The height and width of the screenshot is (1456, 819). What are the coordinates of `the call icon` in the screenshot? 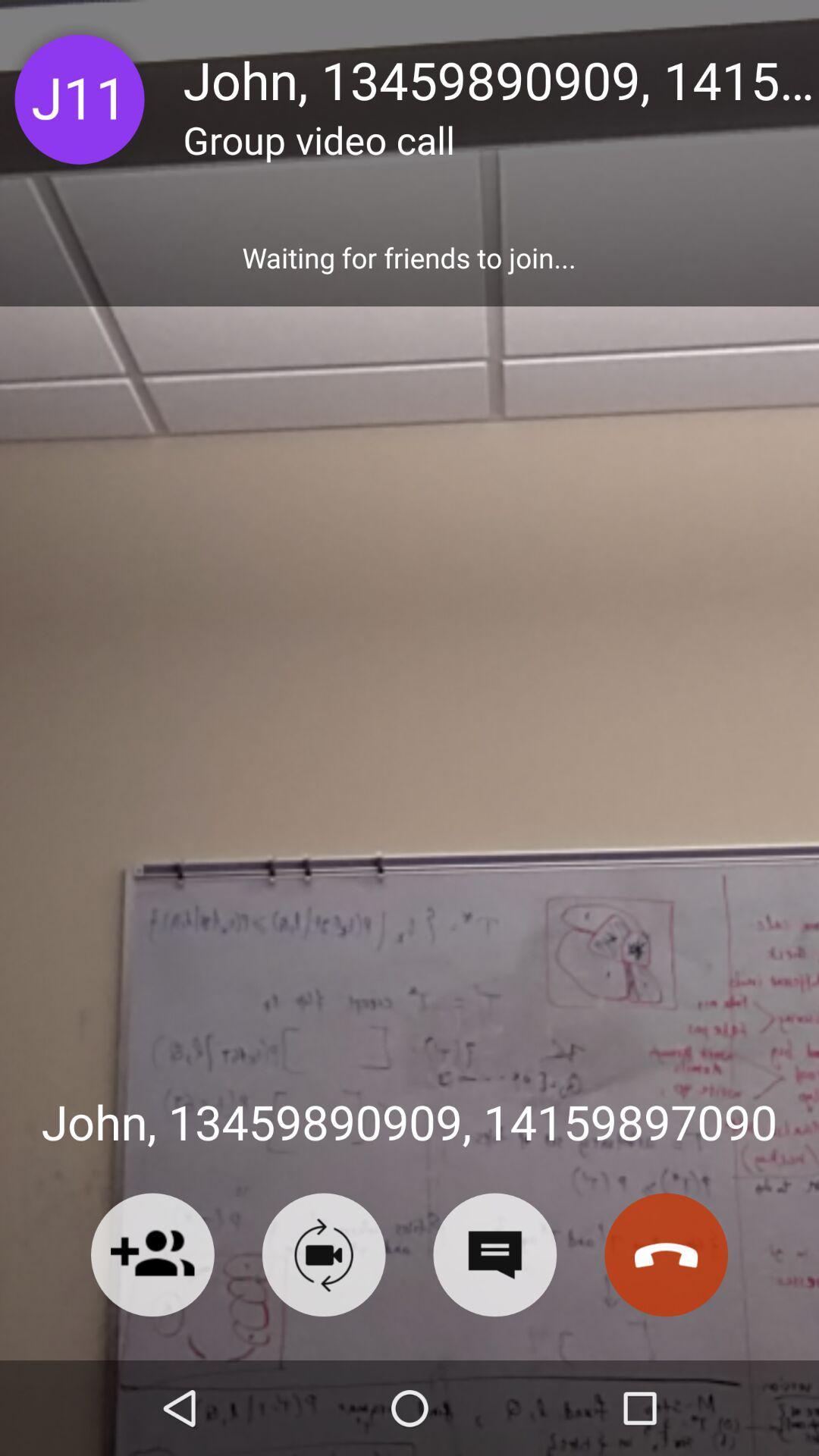 It's located at (665, 1254).